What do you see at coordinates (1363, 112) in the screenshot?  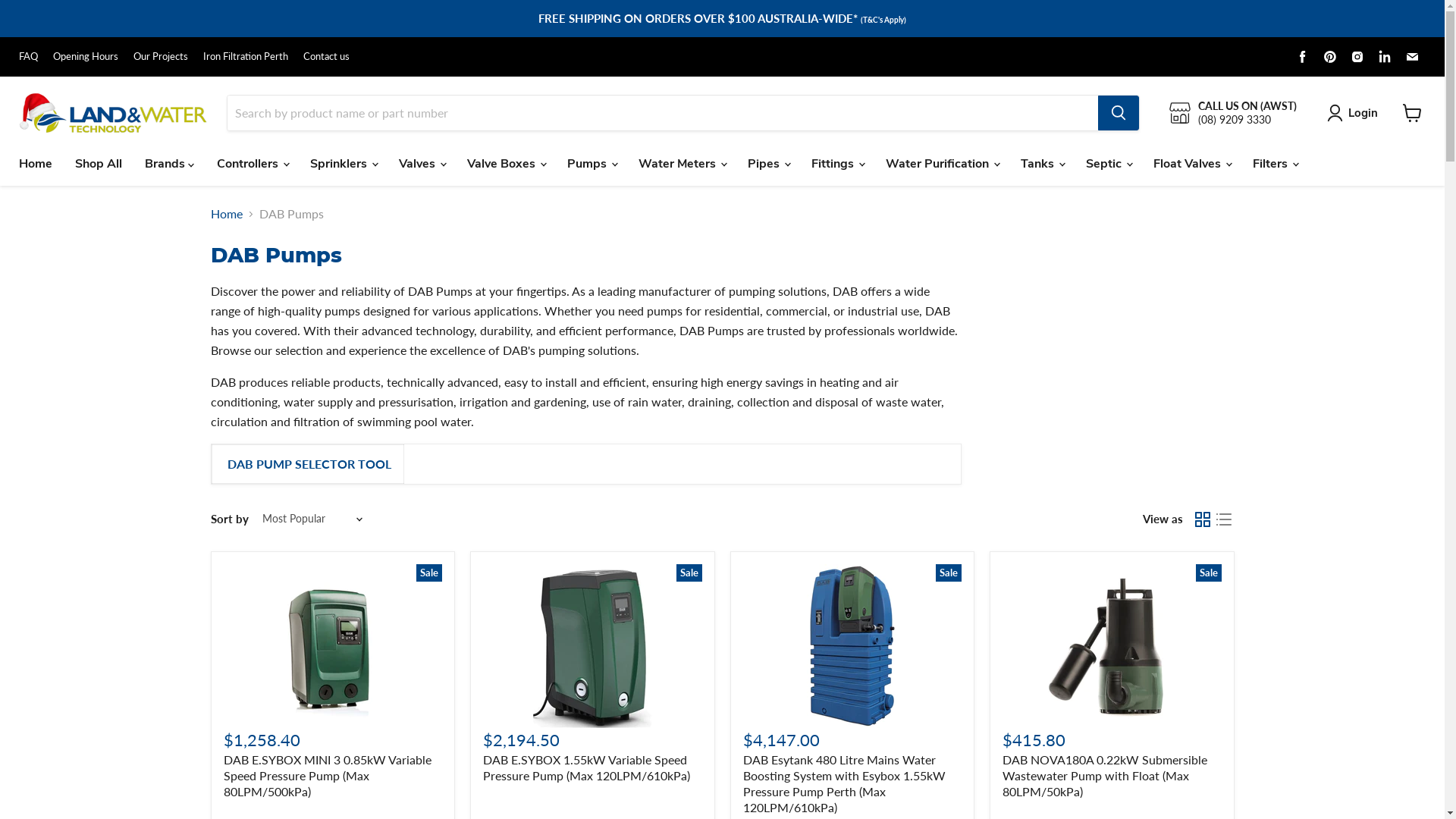 I see `'Login'` at bounding box center [1363, 112].